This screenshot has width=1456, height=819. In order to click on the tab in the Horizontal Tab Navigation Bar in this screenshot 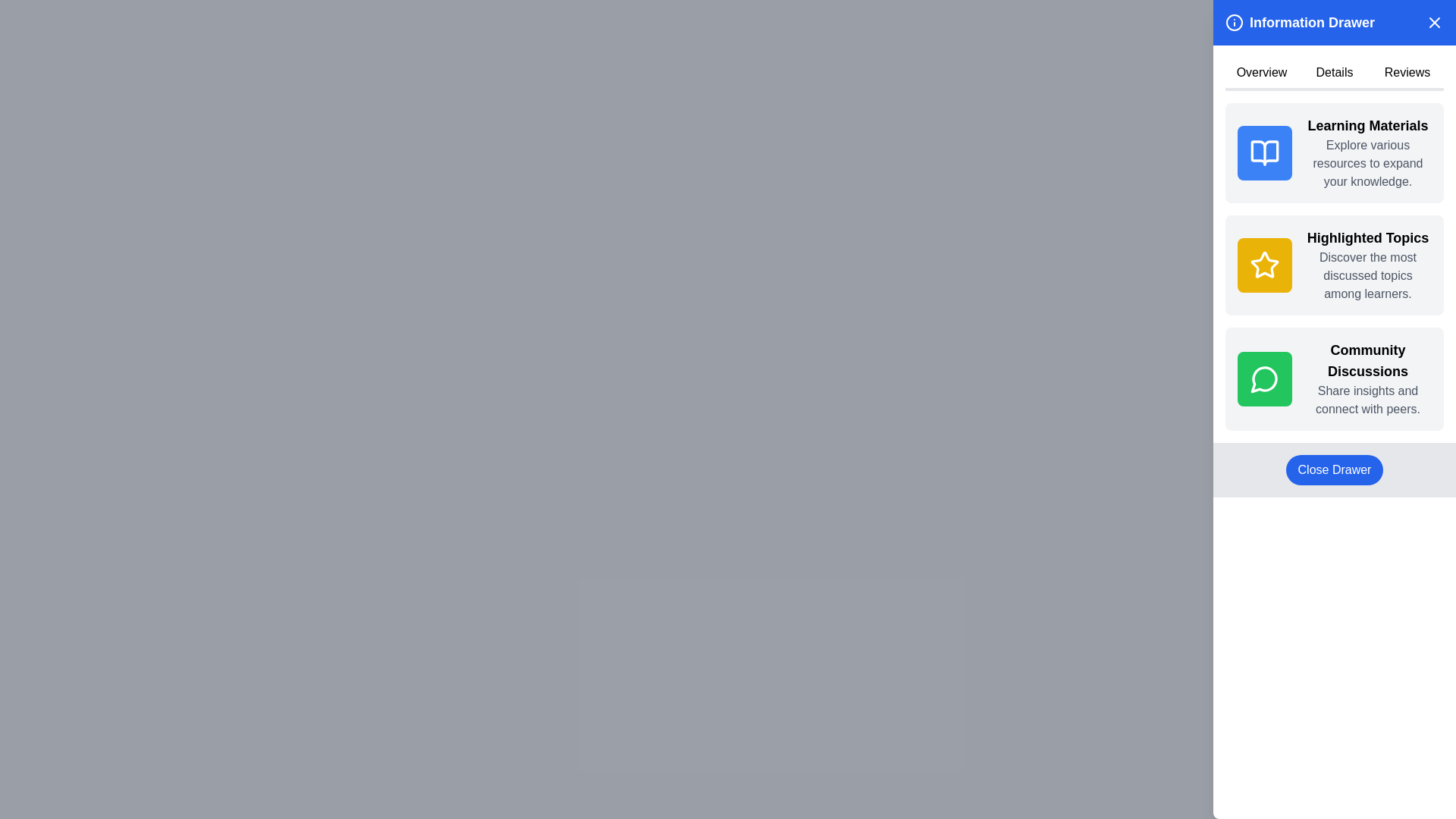, I will do `click(1335, 74)`.